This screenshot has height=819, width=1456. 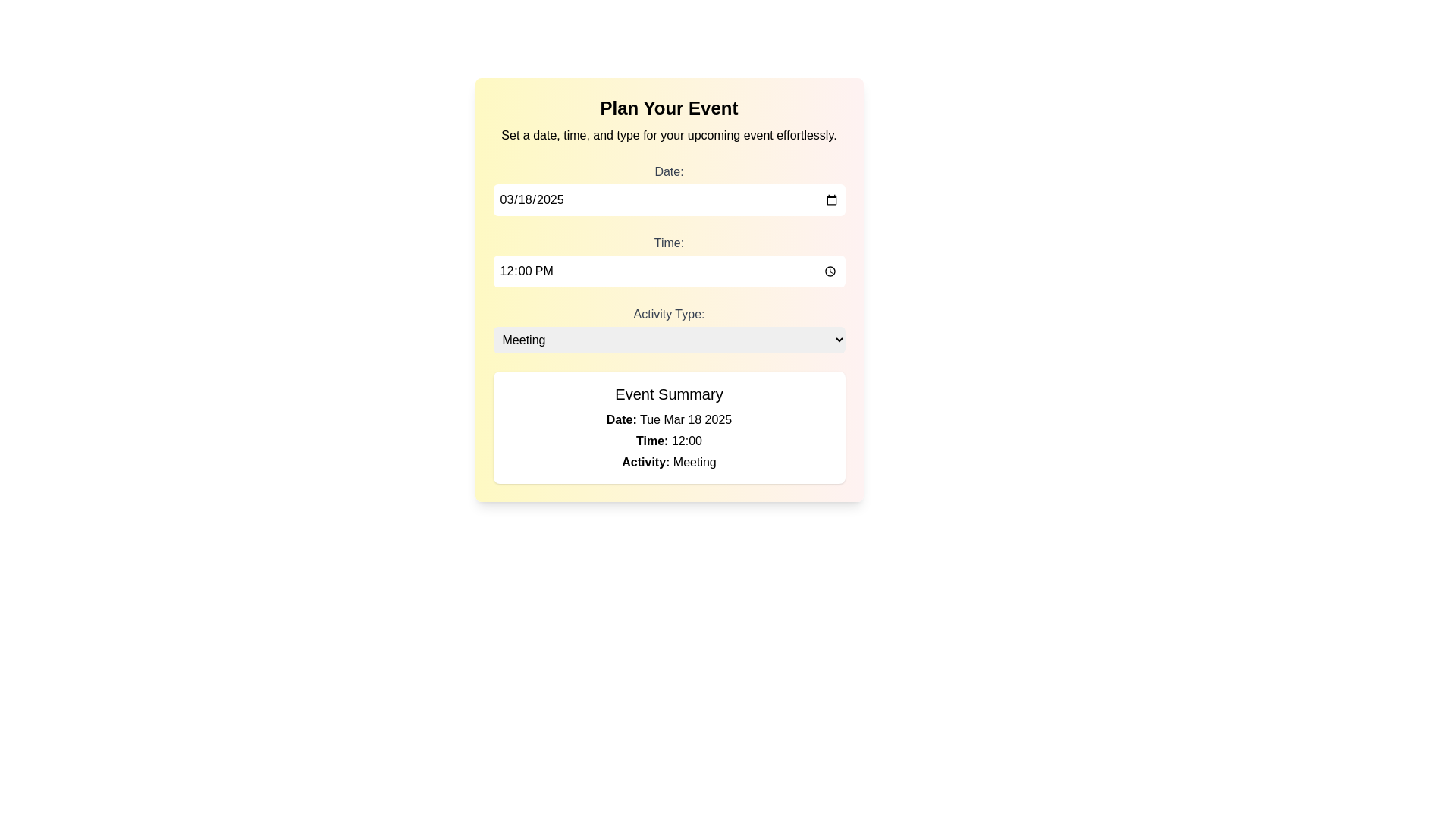 What do you see at coordinates (668, 271) in the screenshot?
I see `the time` at bounding box center [668, 271].